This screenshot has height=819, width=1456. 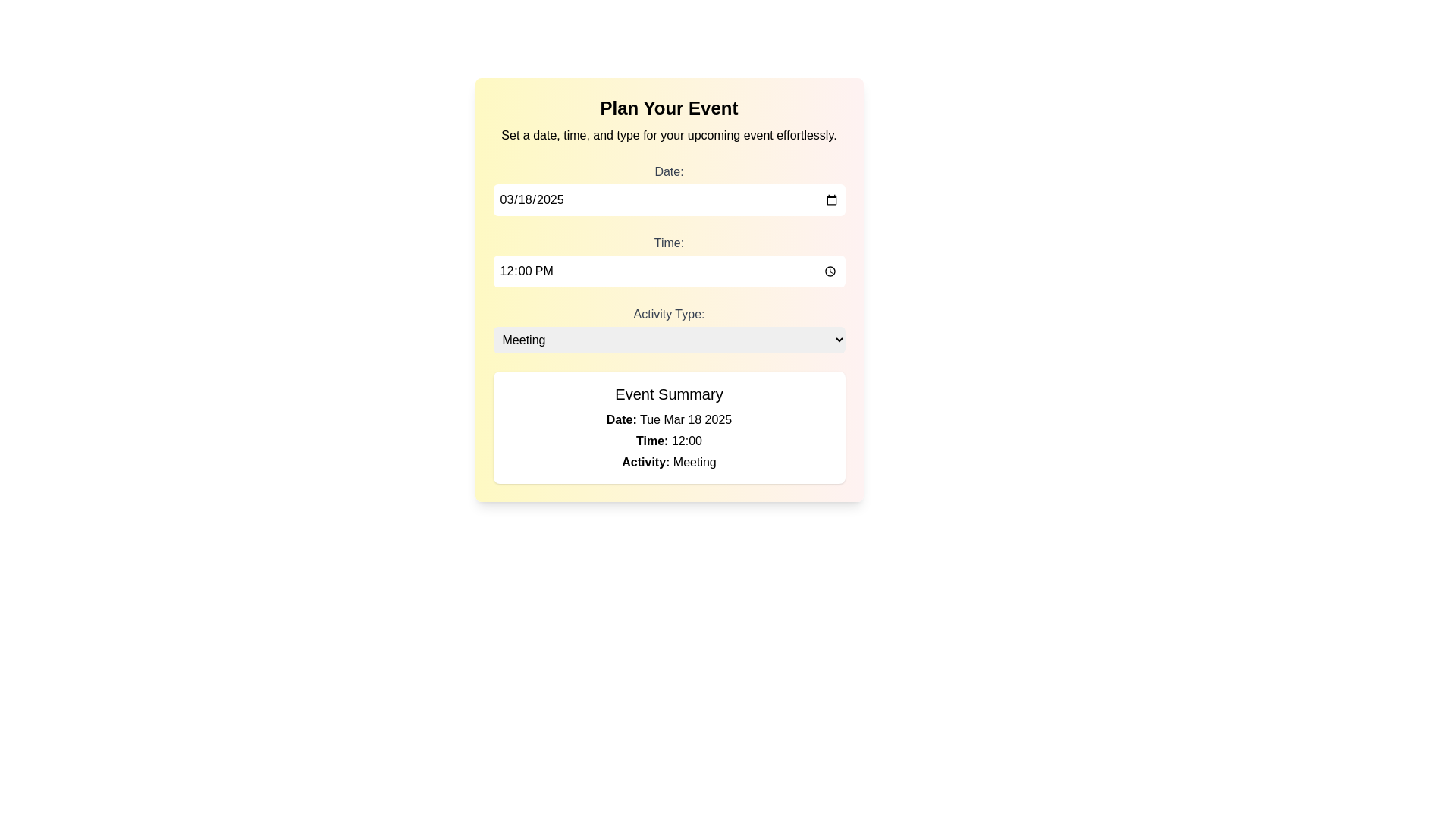 What do you see at coordinates (668, 271) in the screenshot?
I see `the time` at bounding box center [668, 271].